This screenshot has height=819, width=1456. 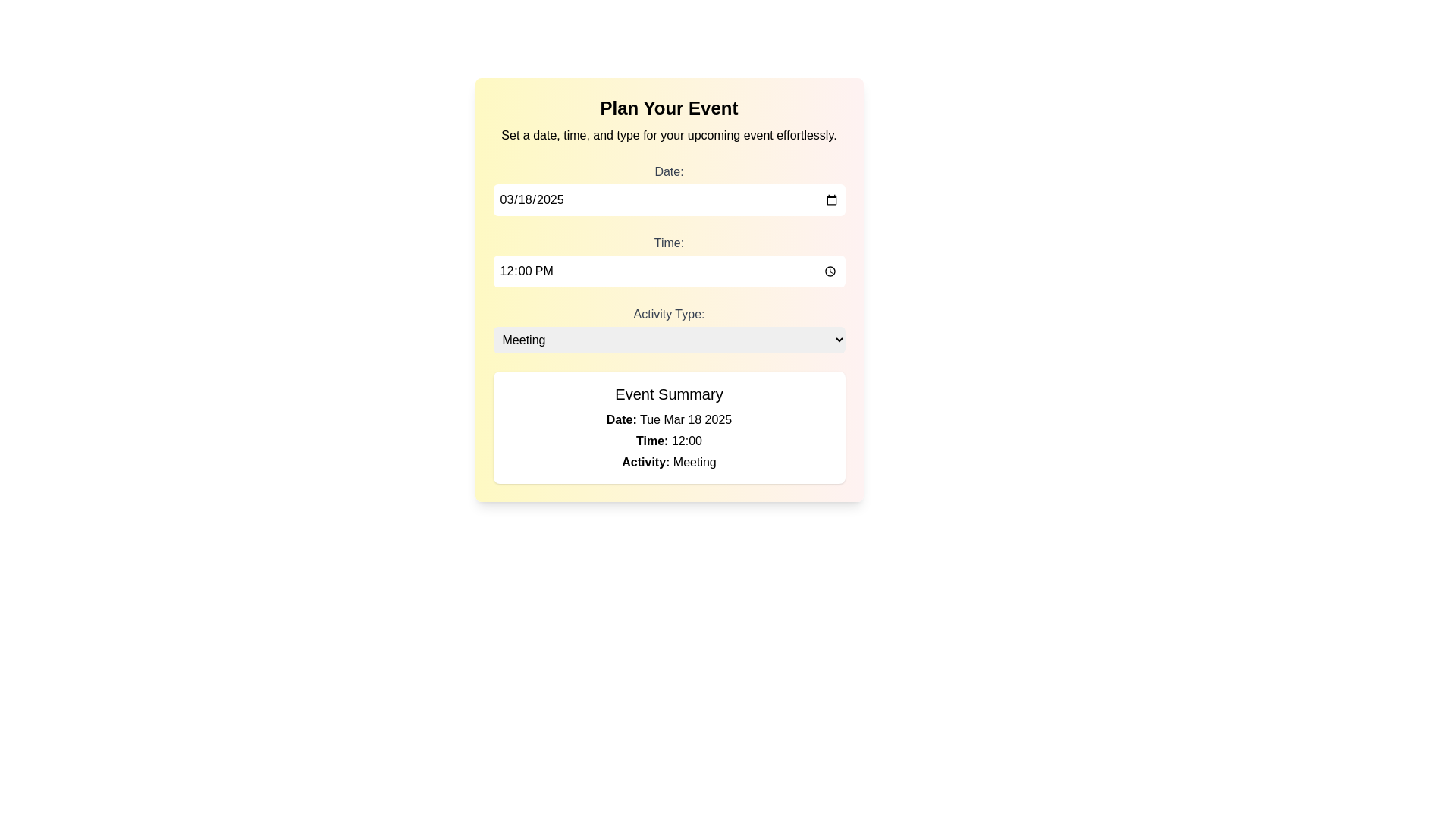 What do you see at coordinates (668, 271) in the screenshot?
I see `the time` at bounding box center [668, 271].